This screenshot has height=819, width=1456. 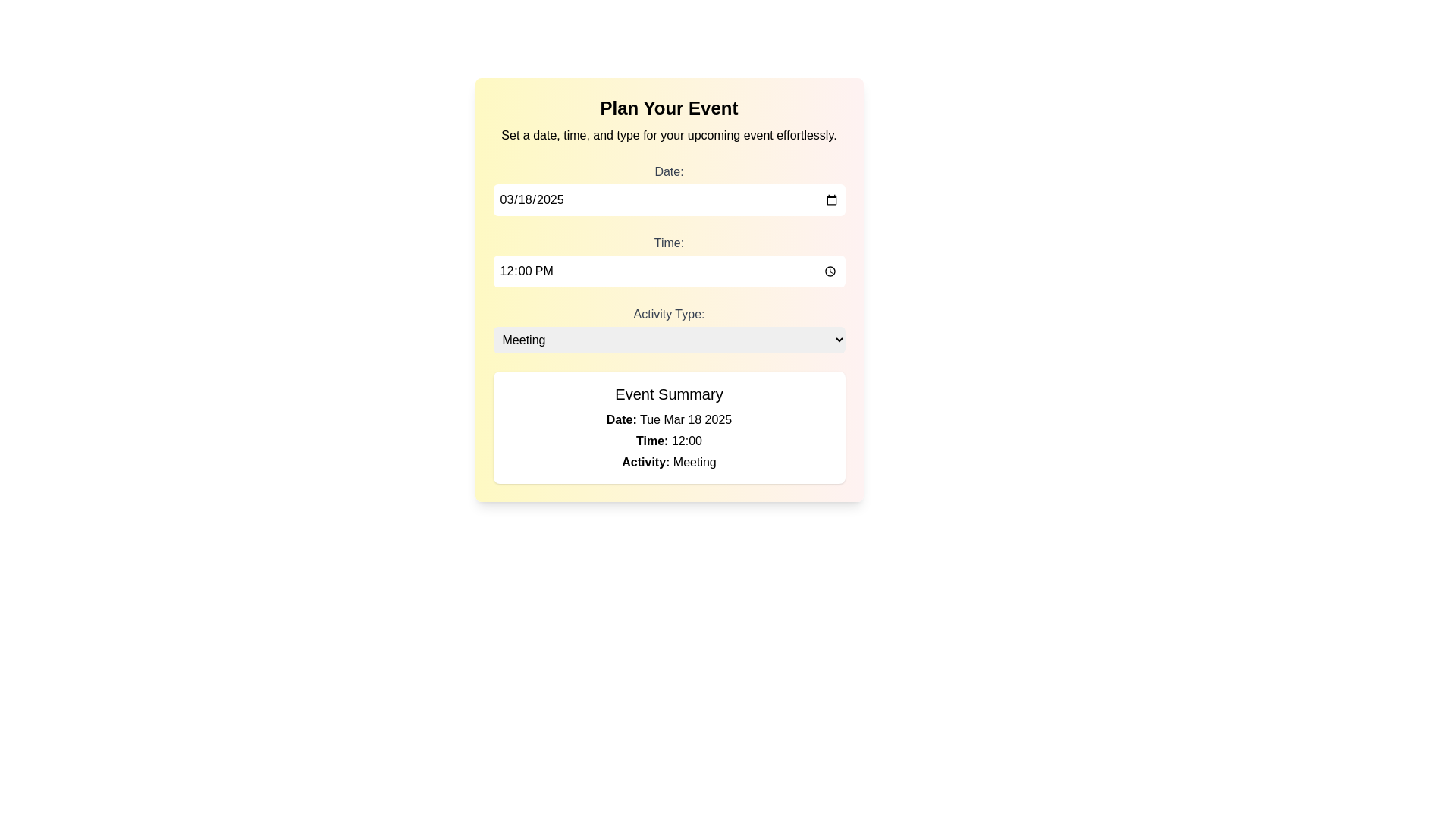 What do you see at coordinates (668, 271) in the screenshot?
I see `the time` at bounding box center [668, 271].